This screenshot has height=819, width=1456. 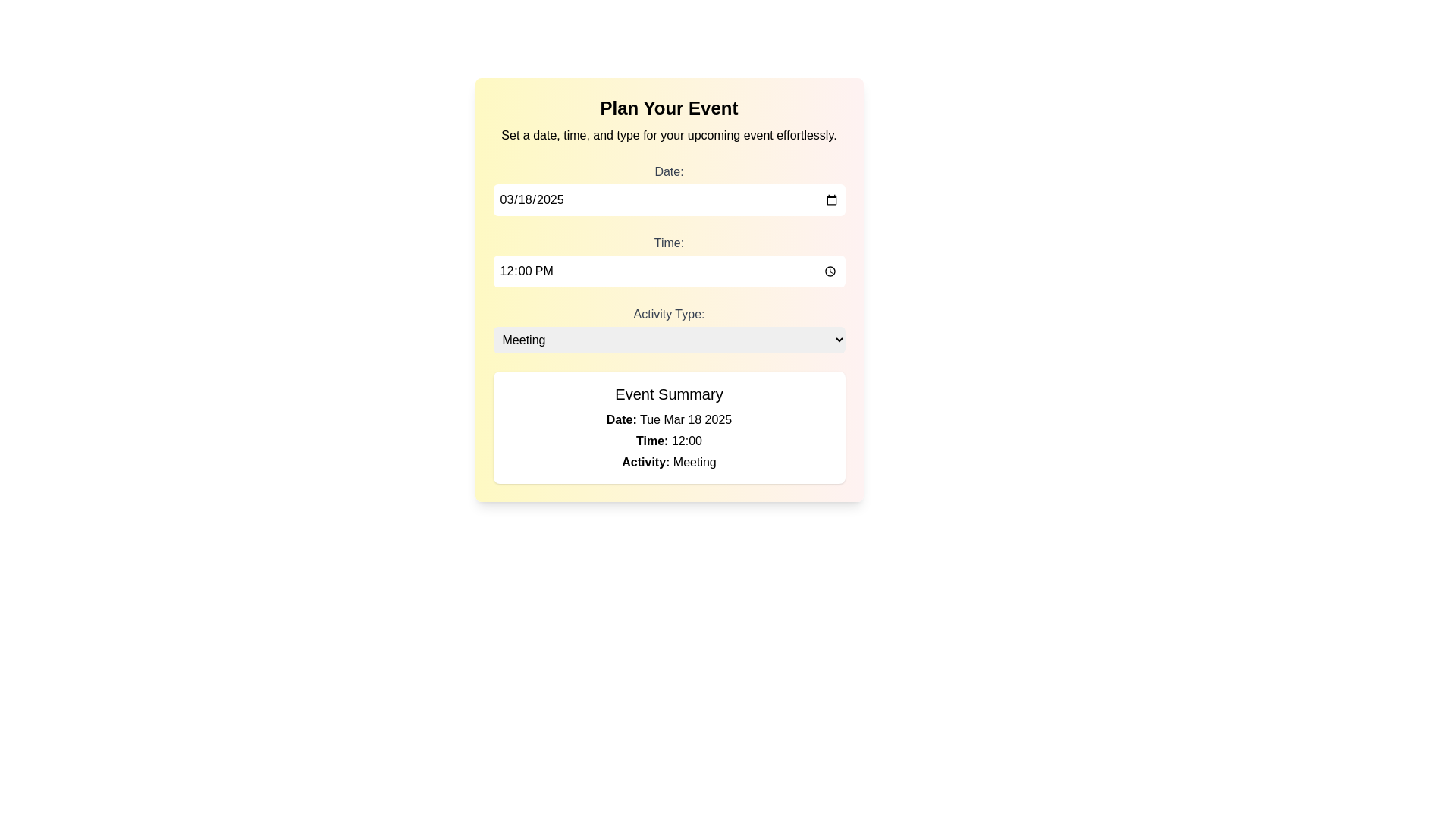 What do you see at coordinates (668, 271) in the screenshot?
I see `the time` at bounding box center [668, 271].